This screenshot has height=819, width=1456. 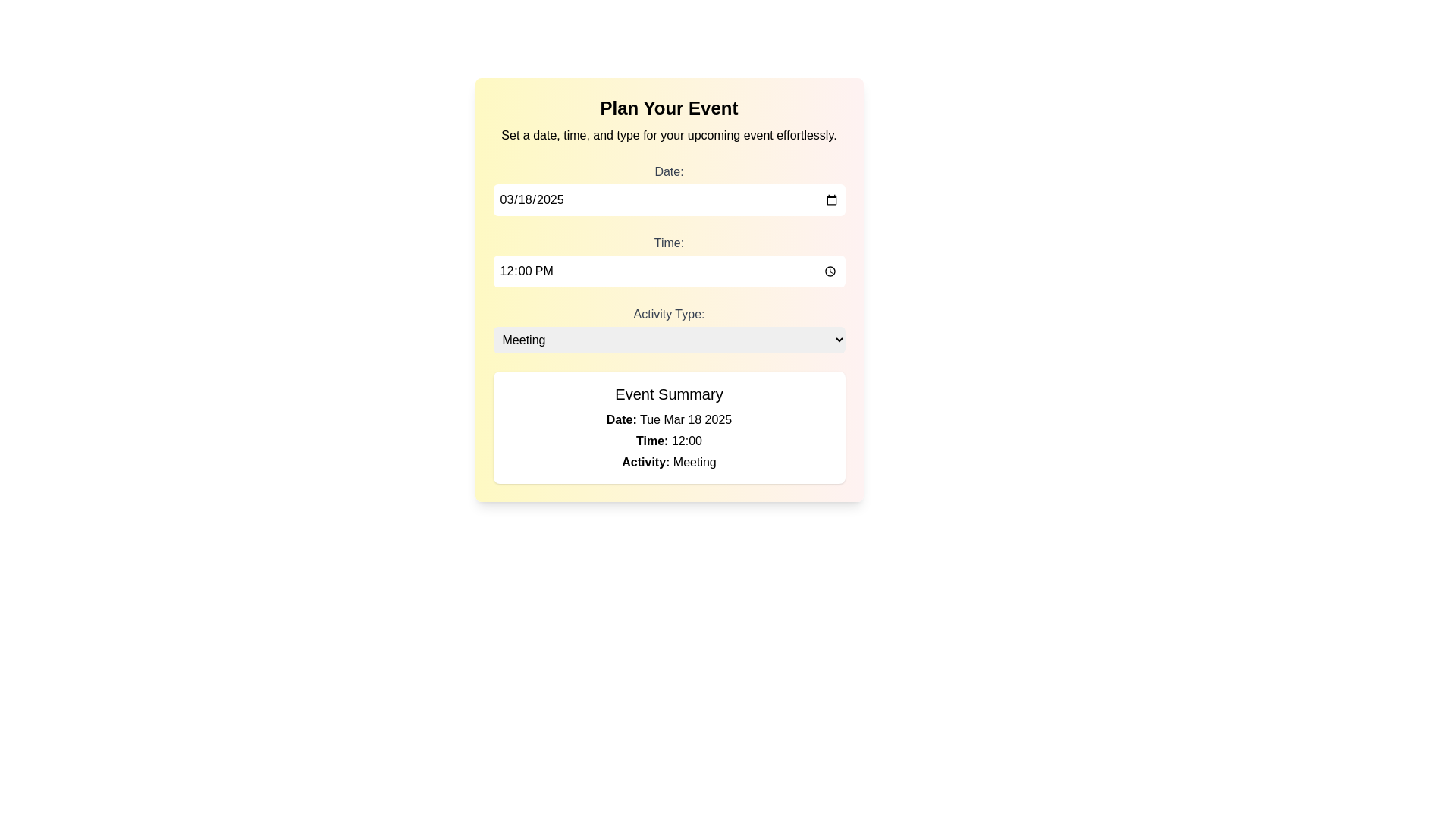 What do you see at coordinates (668, 271) in the screenshot?
I see `the time` at bounding box center [668, 271].